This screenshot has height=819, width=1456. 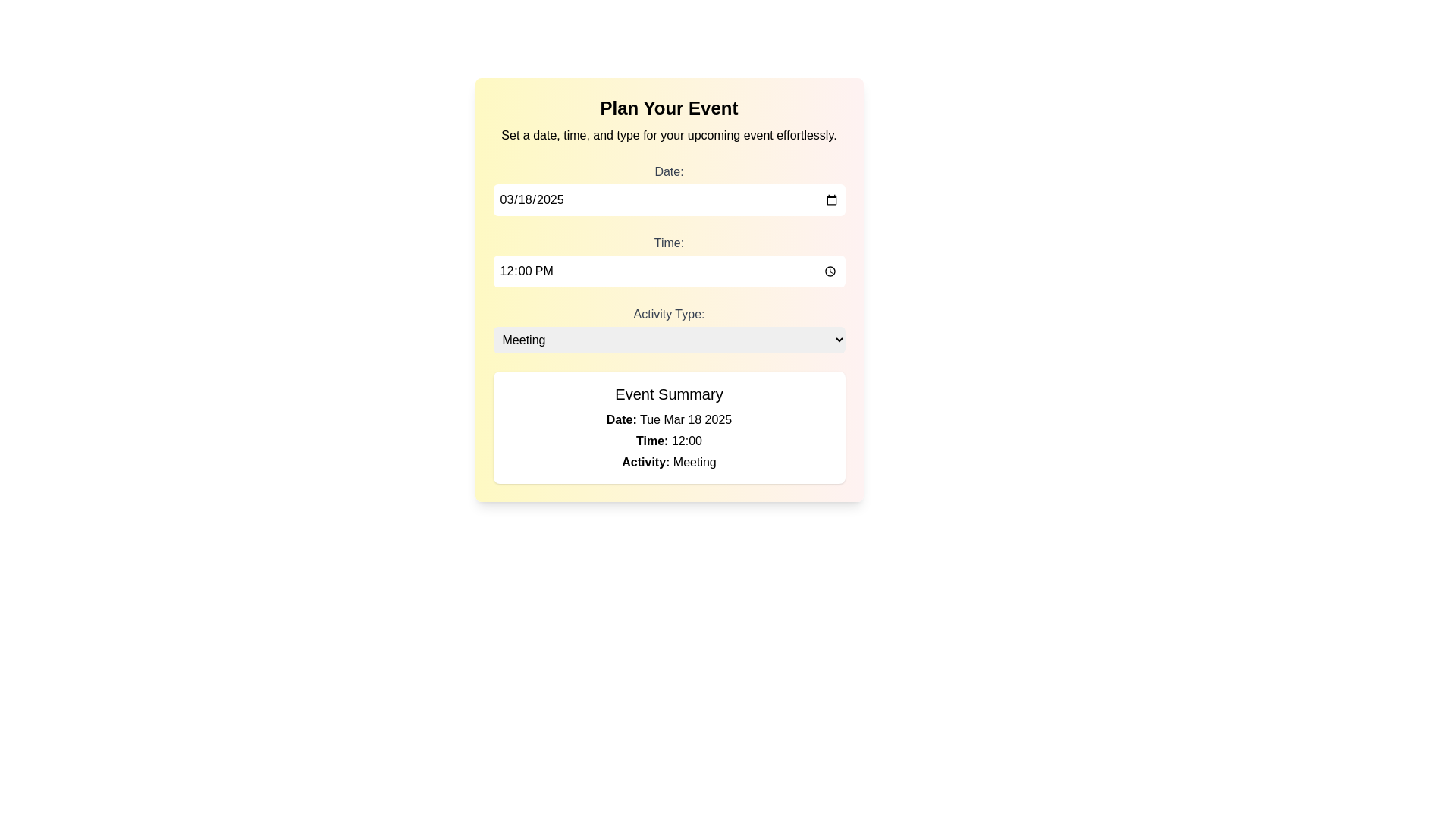 What do you see at coordinates (668, 271) in the screenshot?
I see `the time` at bounding box center [668, 271].